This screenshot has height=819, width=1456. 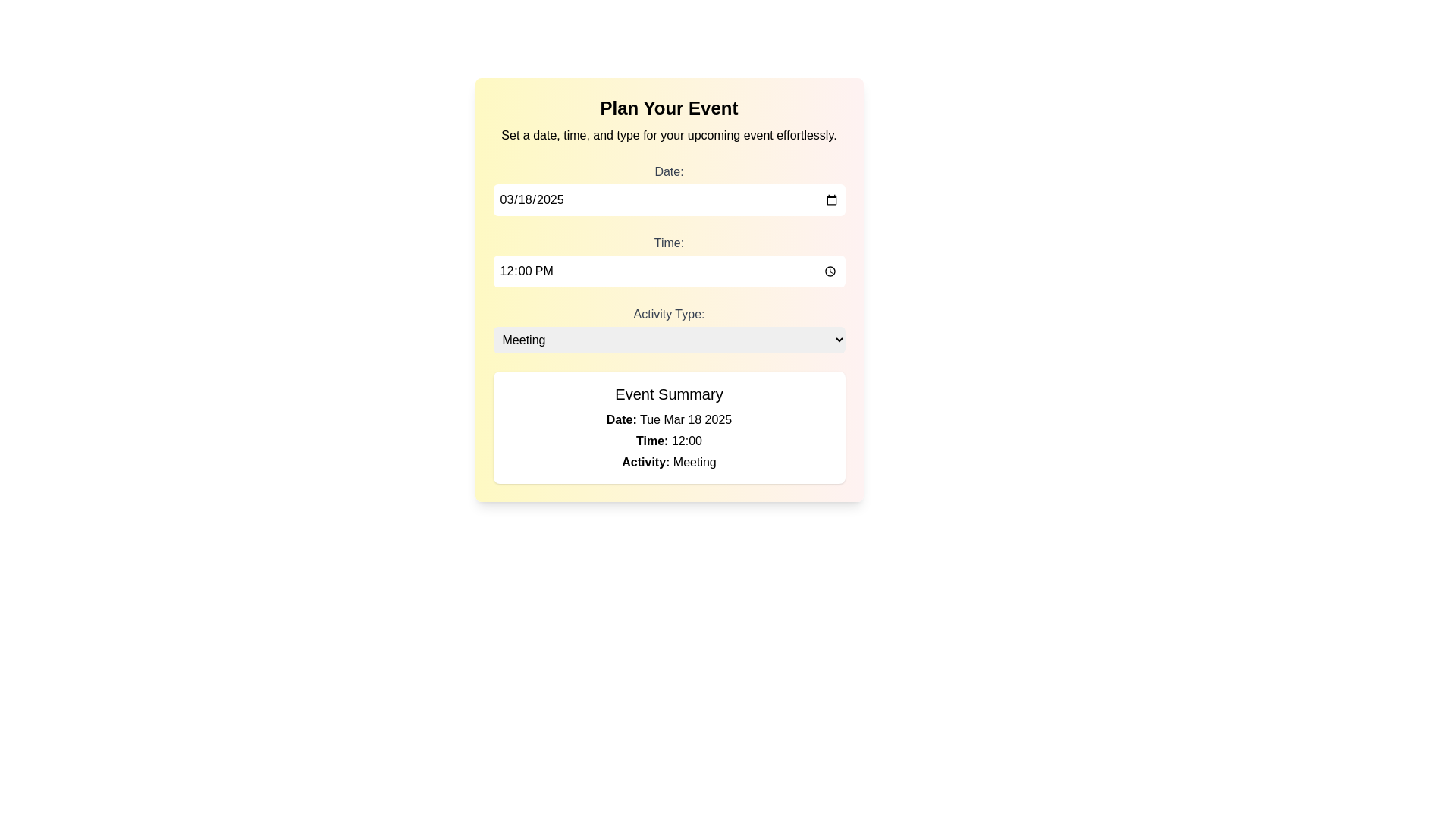 What do you see at coordinates (668, 271) in the screenshot?
I see `the time` at bounding box center [668, 271].